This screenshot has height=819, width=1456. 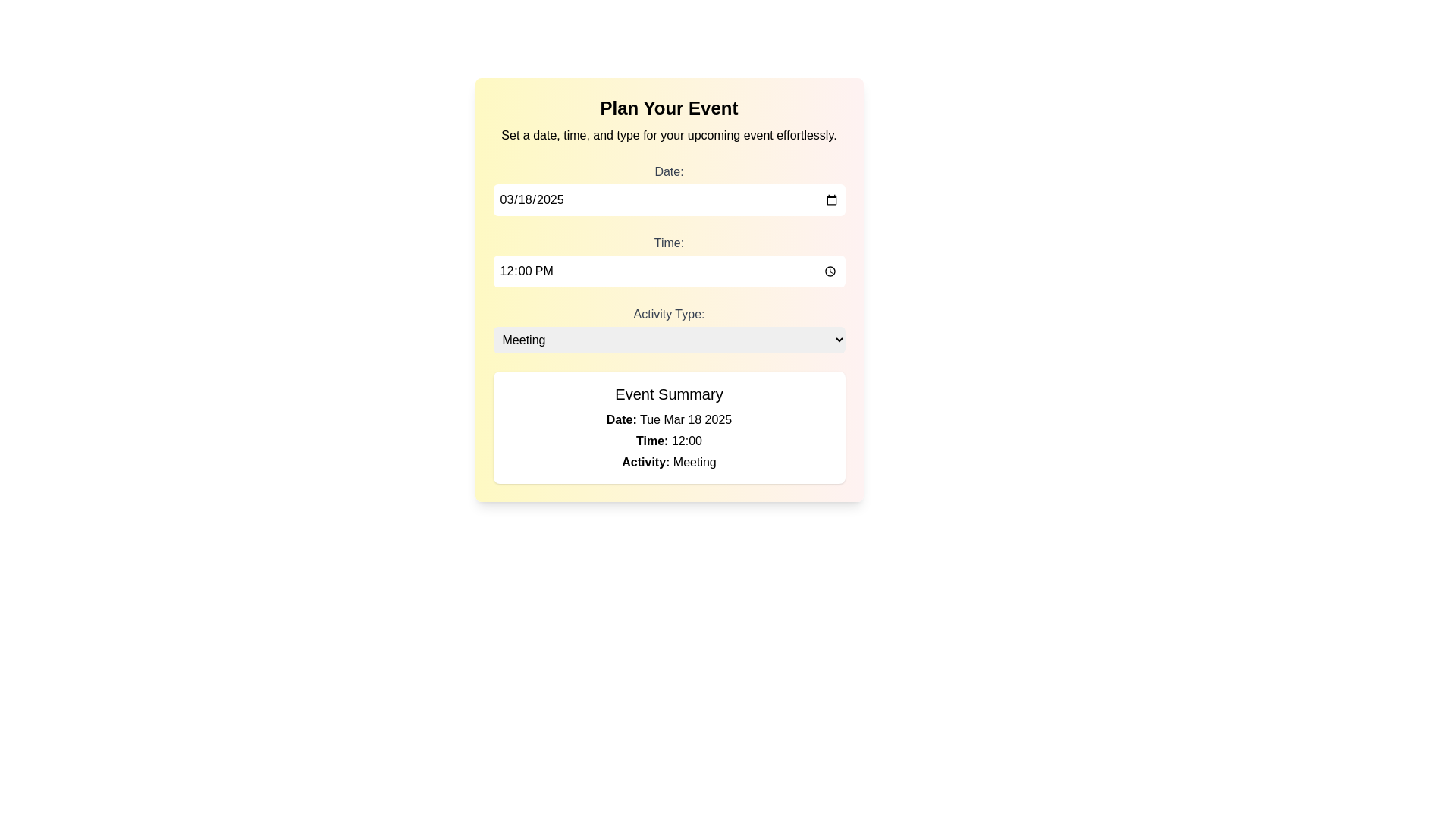 What do you see at coordinates (668, 271) in the screenshot?
I see `the time` at bounding box center [668, 271].